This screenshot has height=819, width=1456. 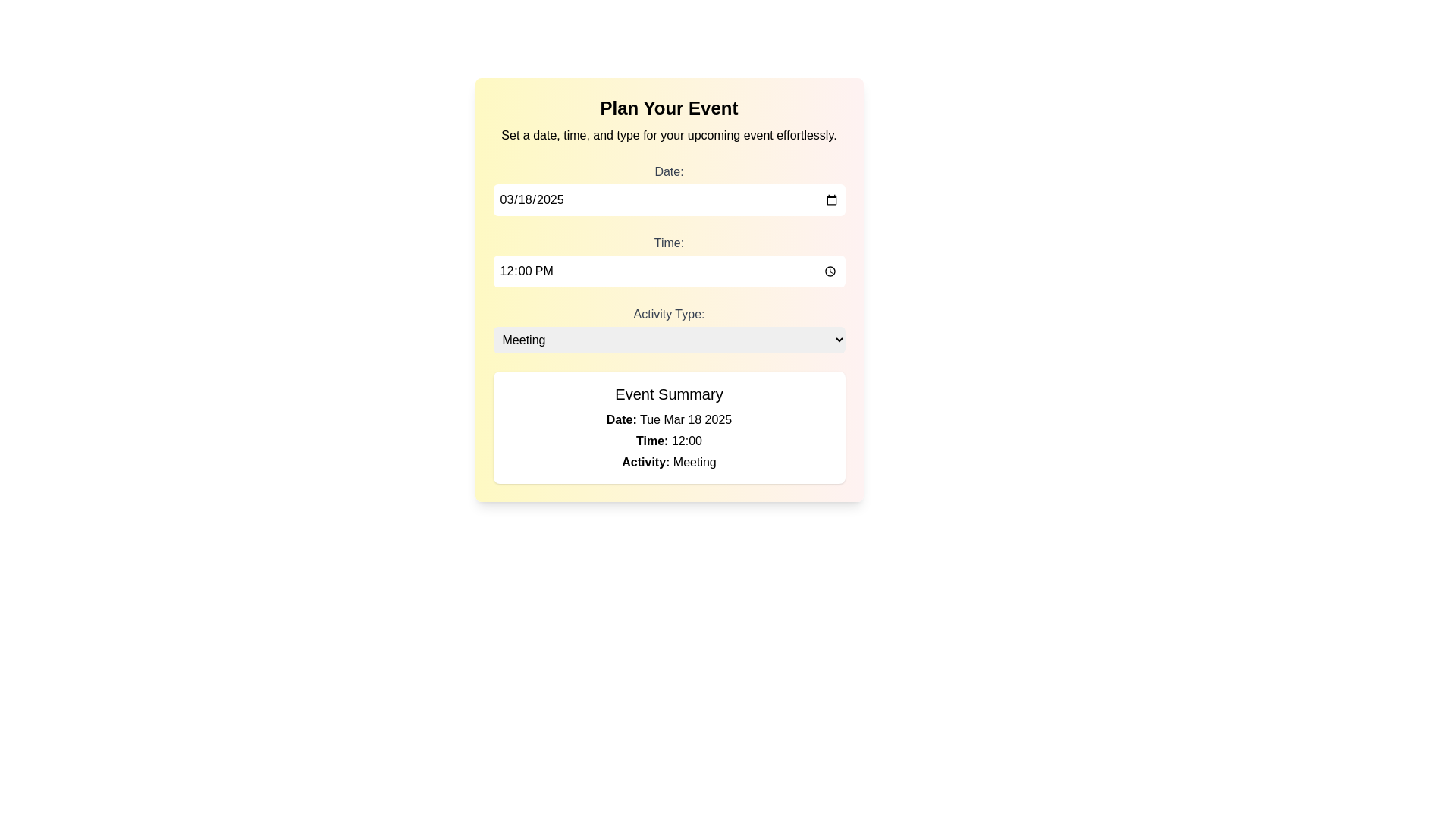 What do you see at coordinates (668, 271) in the screenshot?
I see `the time` at bounding box center [668, 271].